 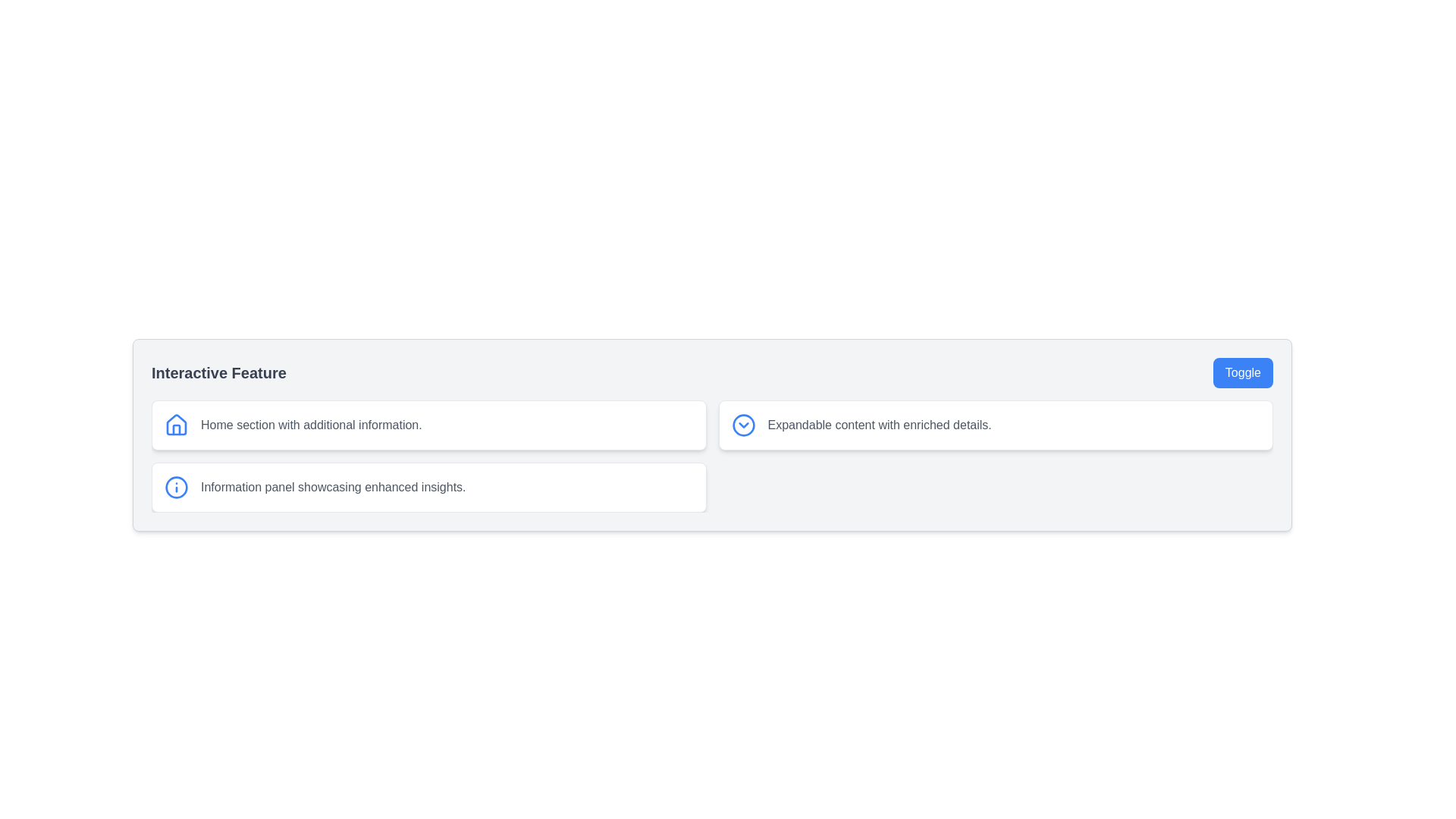 I want to click on the blue circular icon with a downward arrow, which is associated with expandable content located to the far right of the text 'Expandable content with enriched details.', so click(x=743, y=425).